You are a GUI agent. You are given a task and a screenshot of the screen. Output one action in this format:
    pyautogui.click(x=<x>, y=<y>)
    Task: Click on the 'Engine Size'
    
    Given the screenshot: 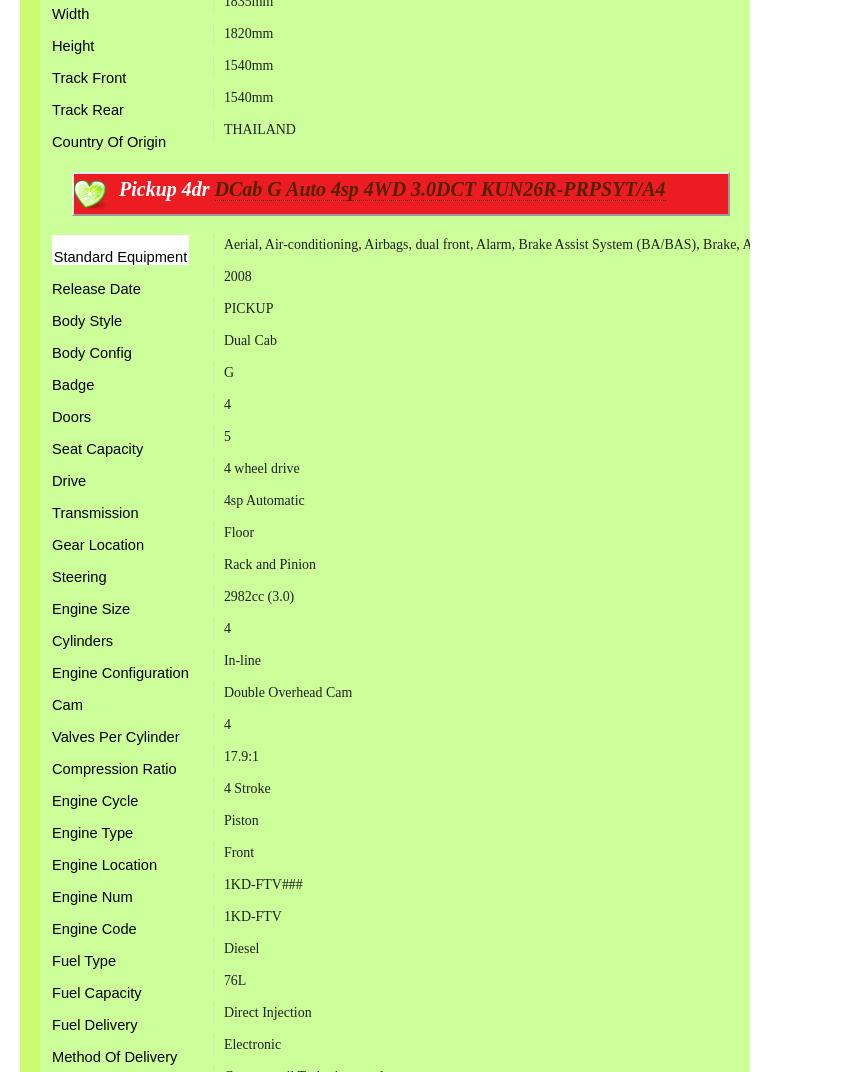 What is the action you would take?
    pyautogui.click(x=91, y=608)
    